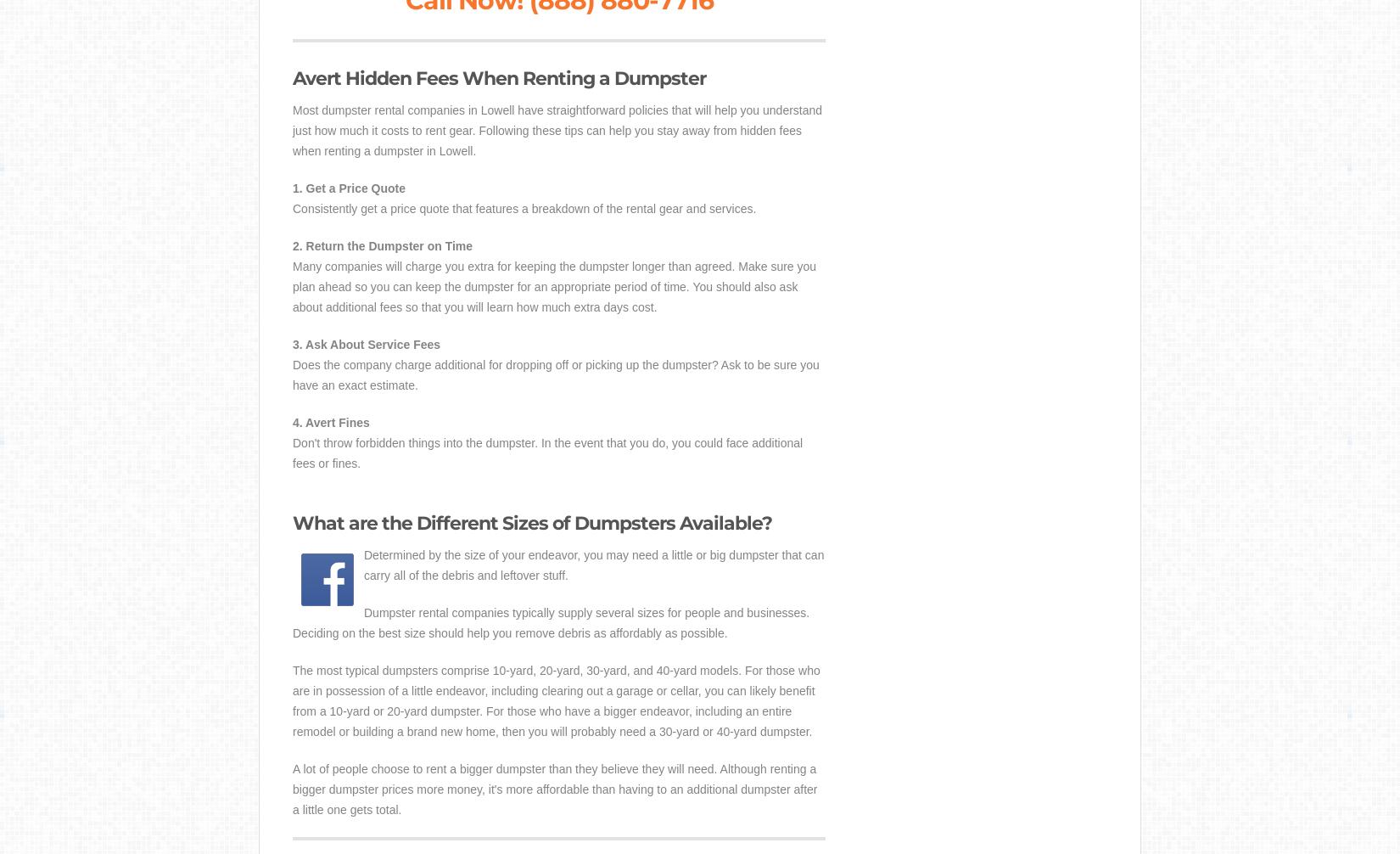 This screenshot has height=854, width=1400. I want to click on 'Many companies will charge you extra for keeping the dumpster longer than agreed. Make sure you plan ahead so you can keep the dumpster for an appropriate period of time. You should also ask about additional fees so that you will learn how much extra days cost.', so click(553, 286).